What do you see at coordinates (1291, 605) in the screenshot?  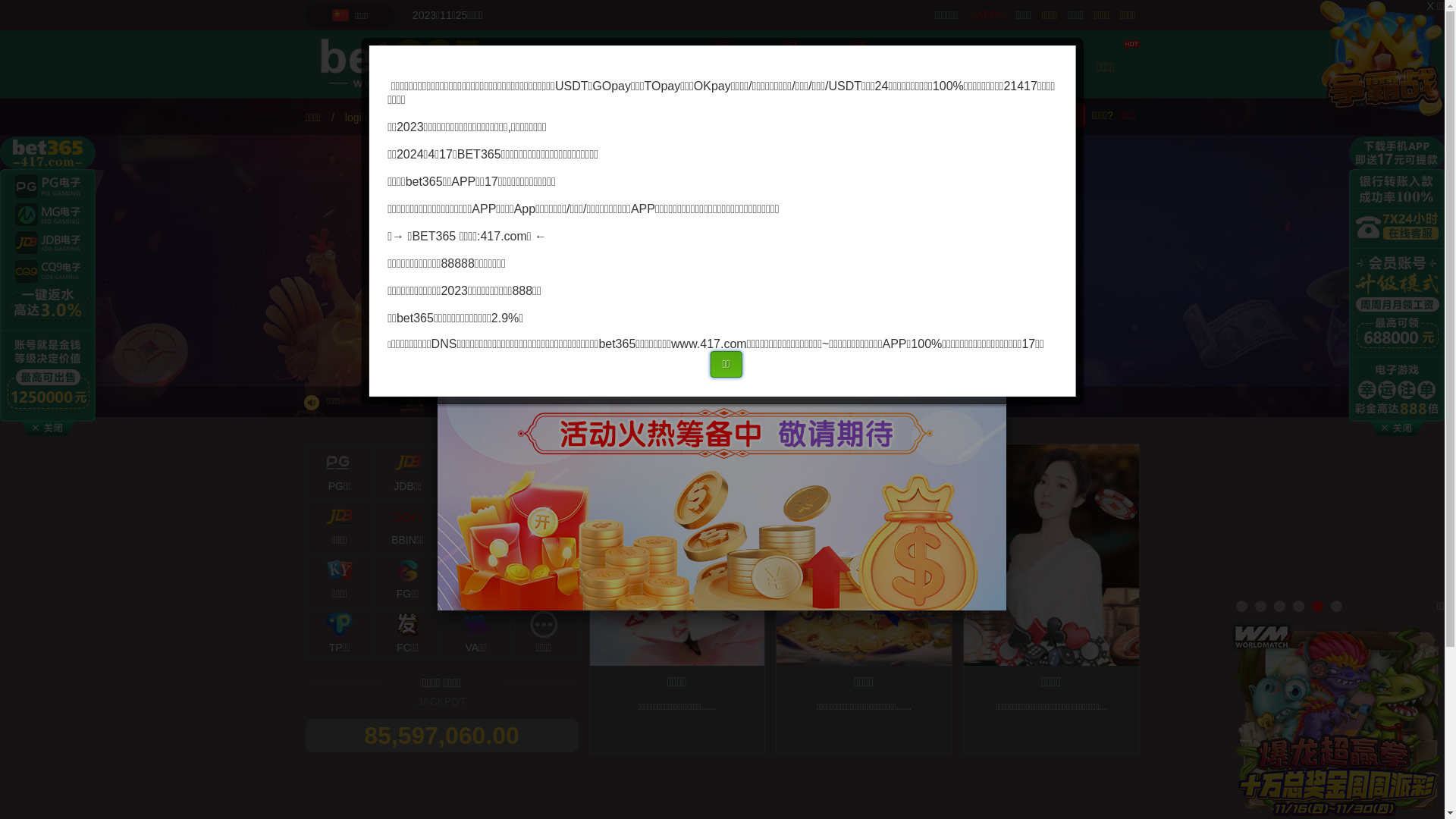 I see `'4'` at bounding box center [1291, 605].